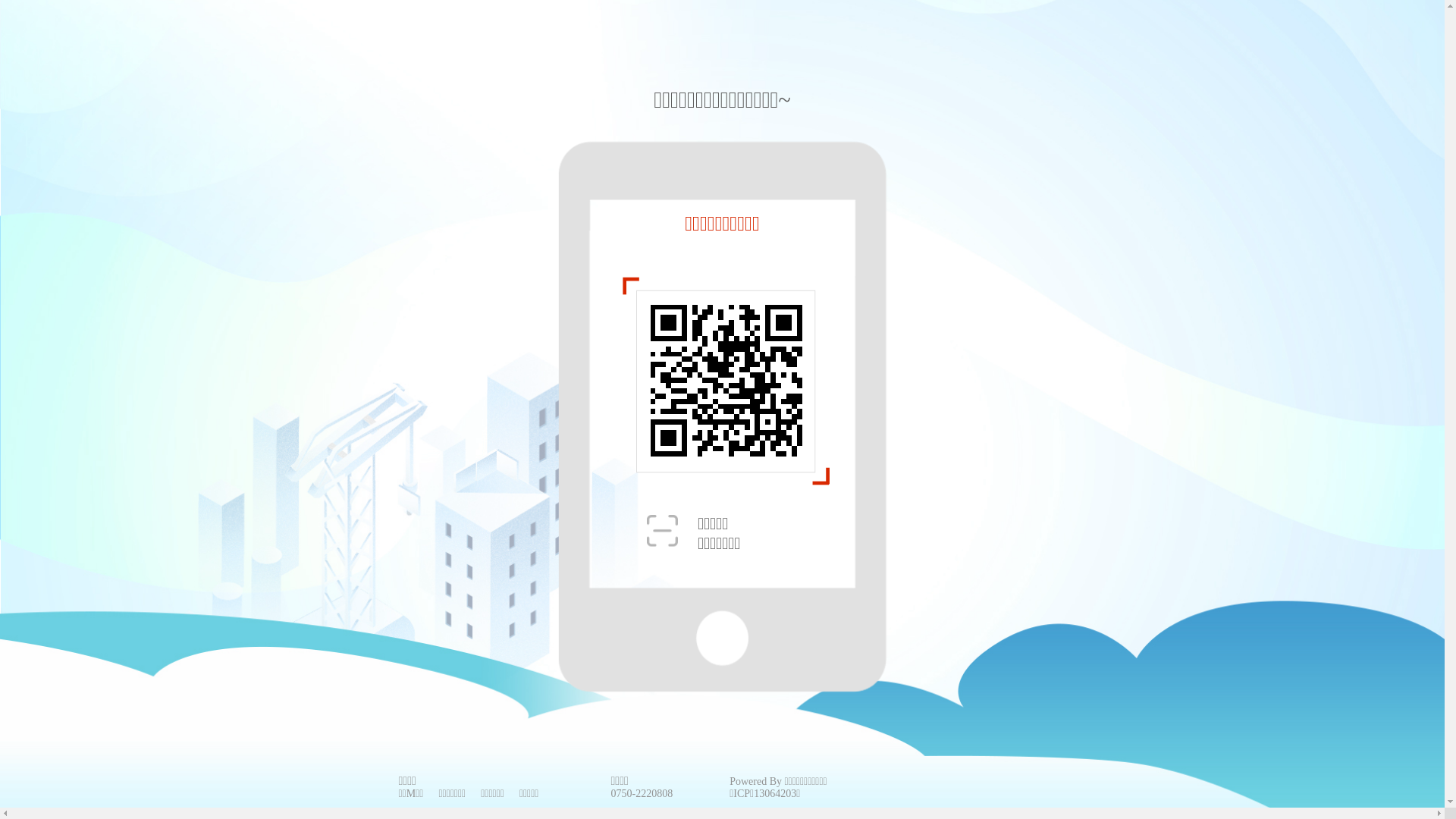  I want to click on 'http://www.cche.cc', so click(726, 379).